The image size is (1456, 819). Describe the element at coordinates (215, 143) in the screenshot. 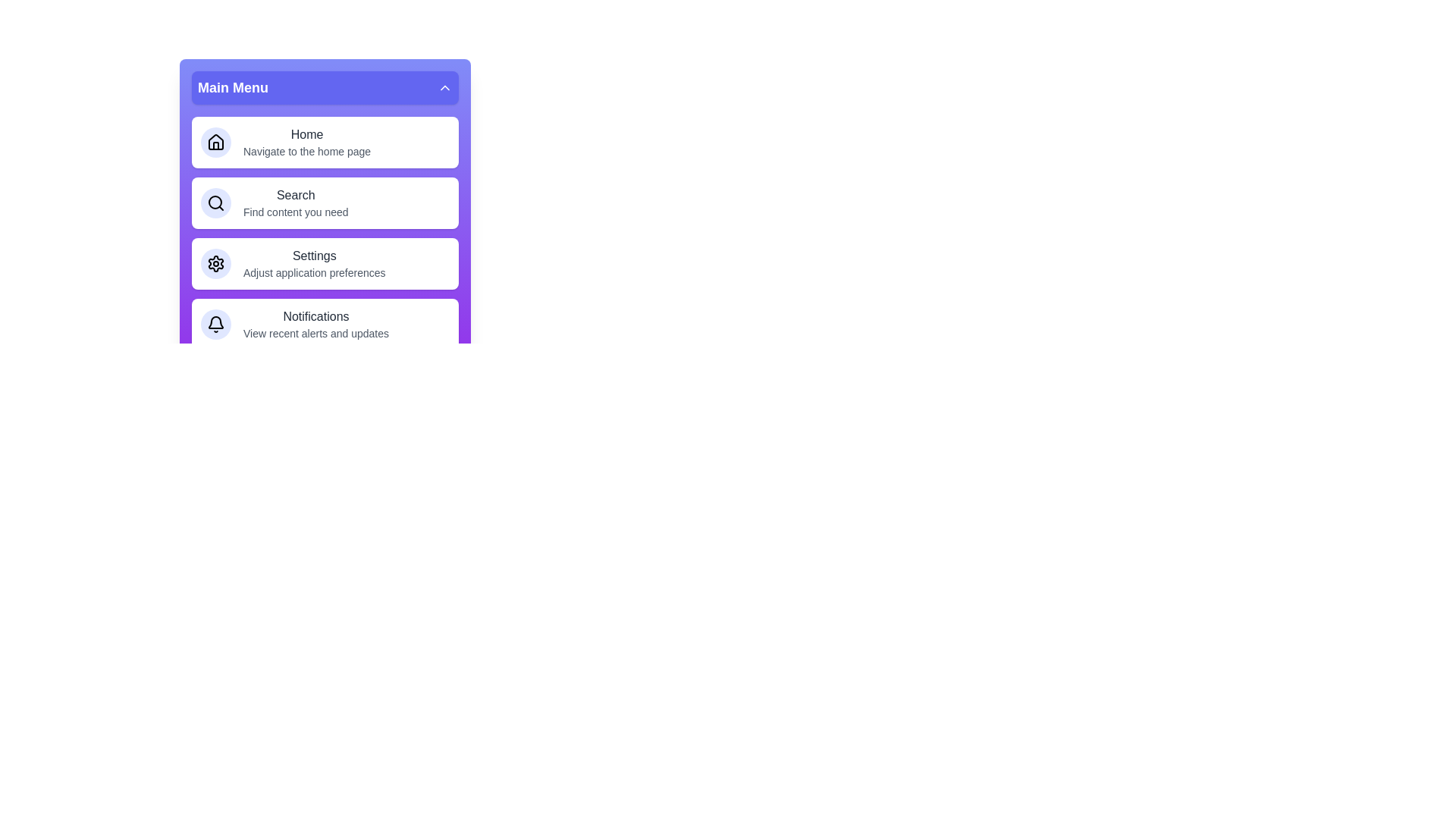

I see `the icon associated with the menu item Home` at that location.